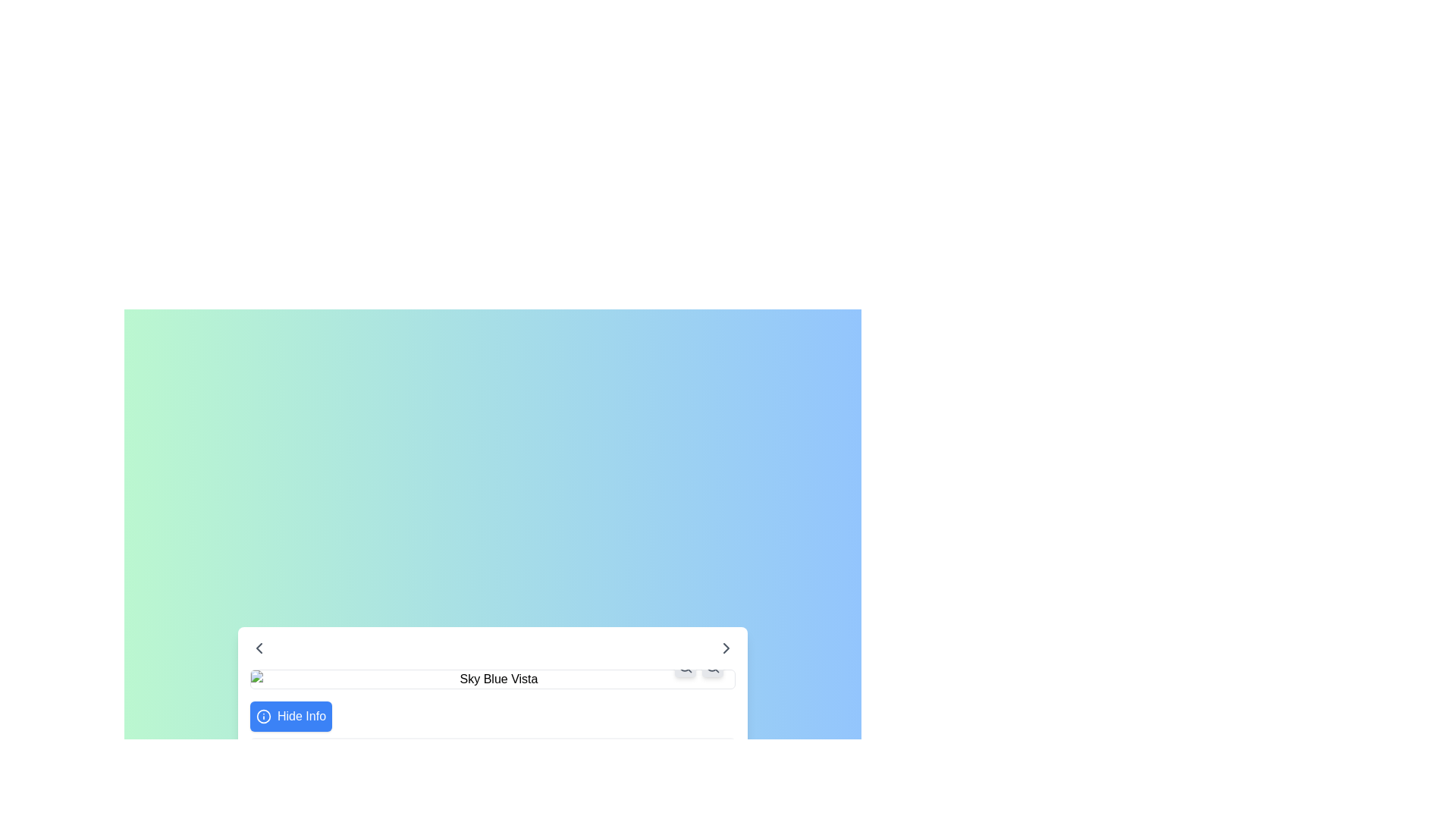 The width and height of the screenshot is (1456, 819). I want to click on the left-pointing chevron arrow icon, so click(259, 648).